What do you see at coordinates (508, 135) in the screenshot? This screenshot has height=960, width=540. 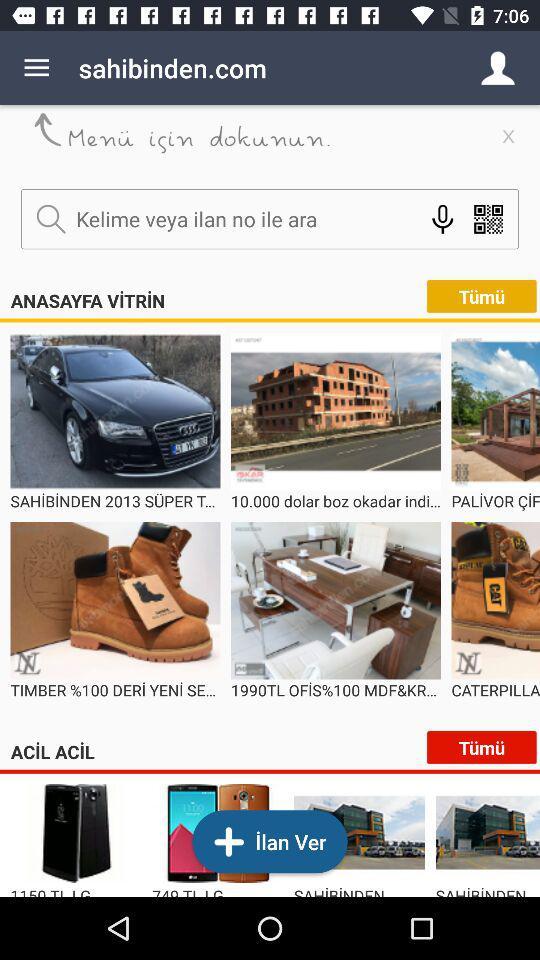 I see `the close icon` at bounding box center [508, 135].